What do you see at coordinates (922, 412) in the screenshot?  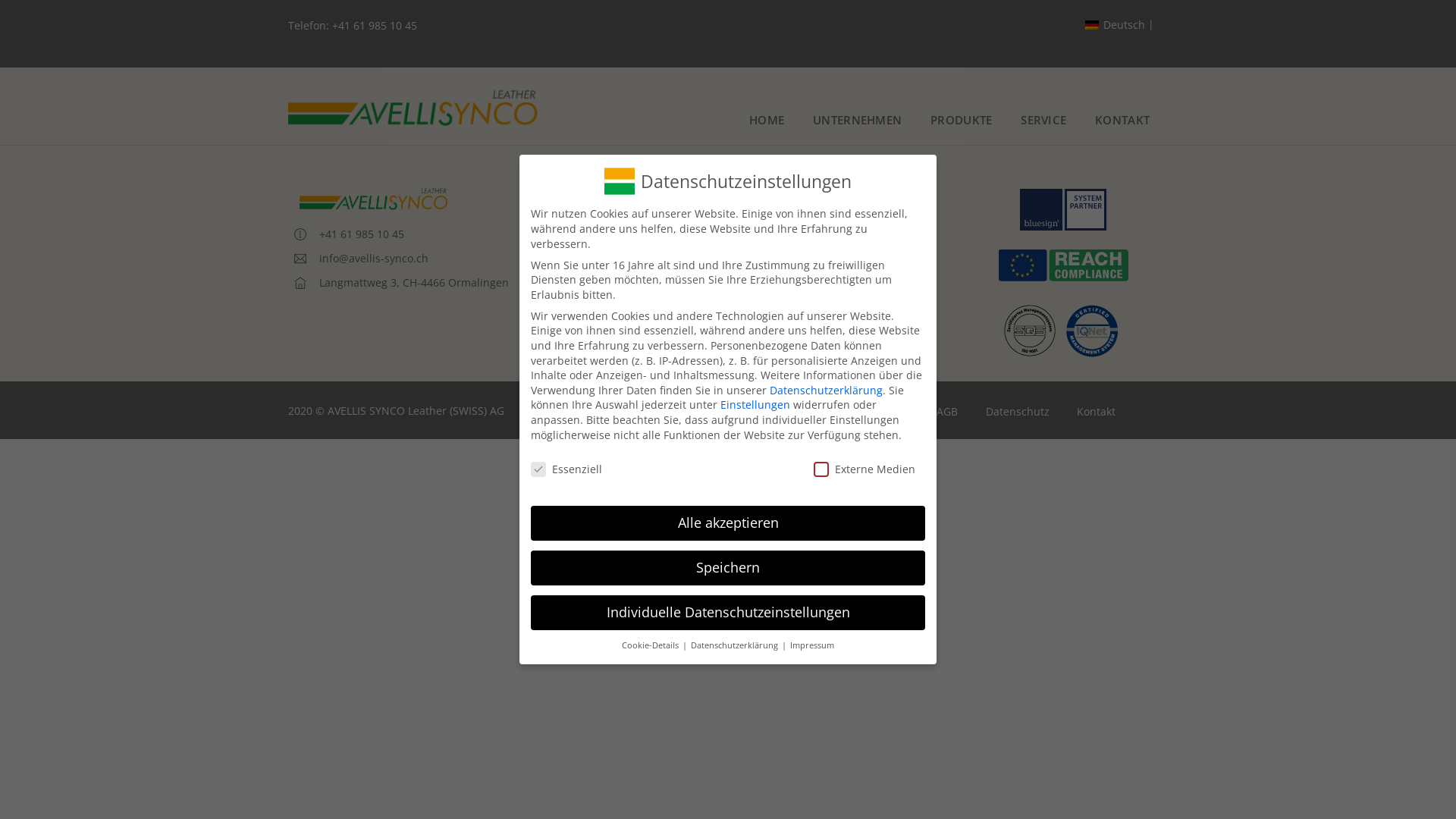 I see `'AGB'` at bounding box center [922, 412].